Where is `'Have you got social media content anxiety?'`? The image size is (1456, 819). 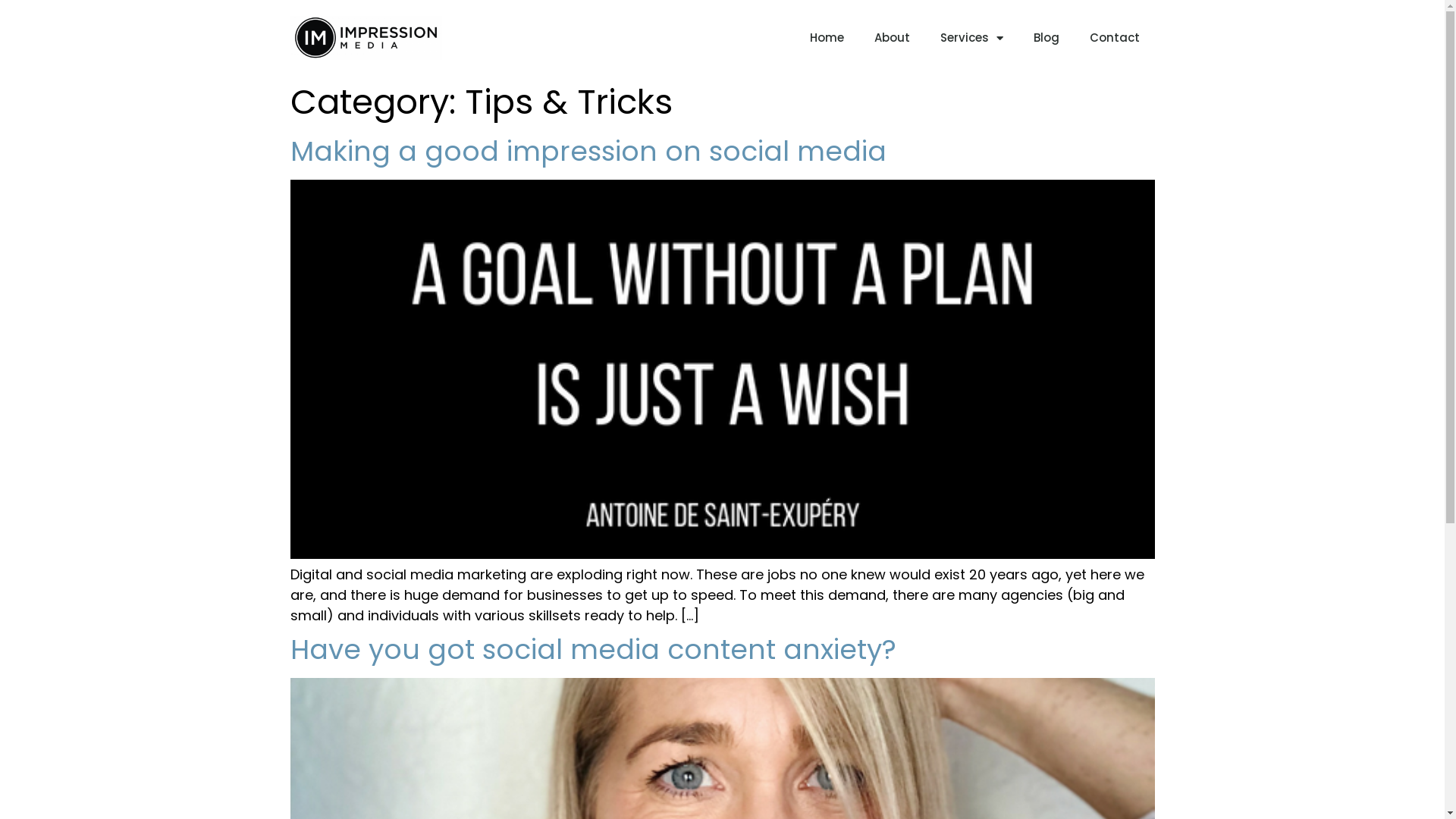 'Have you got social media content anxiety?' is located at coordinates (591, 648).